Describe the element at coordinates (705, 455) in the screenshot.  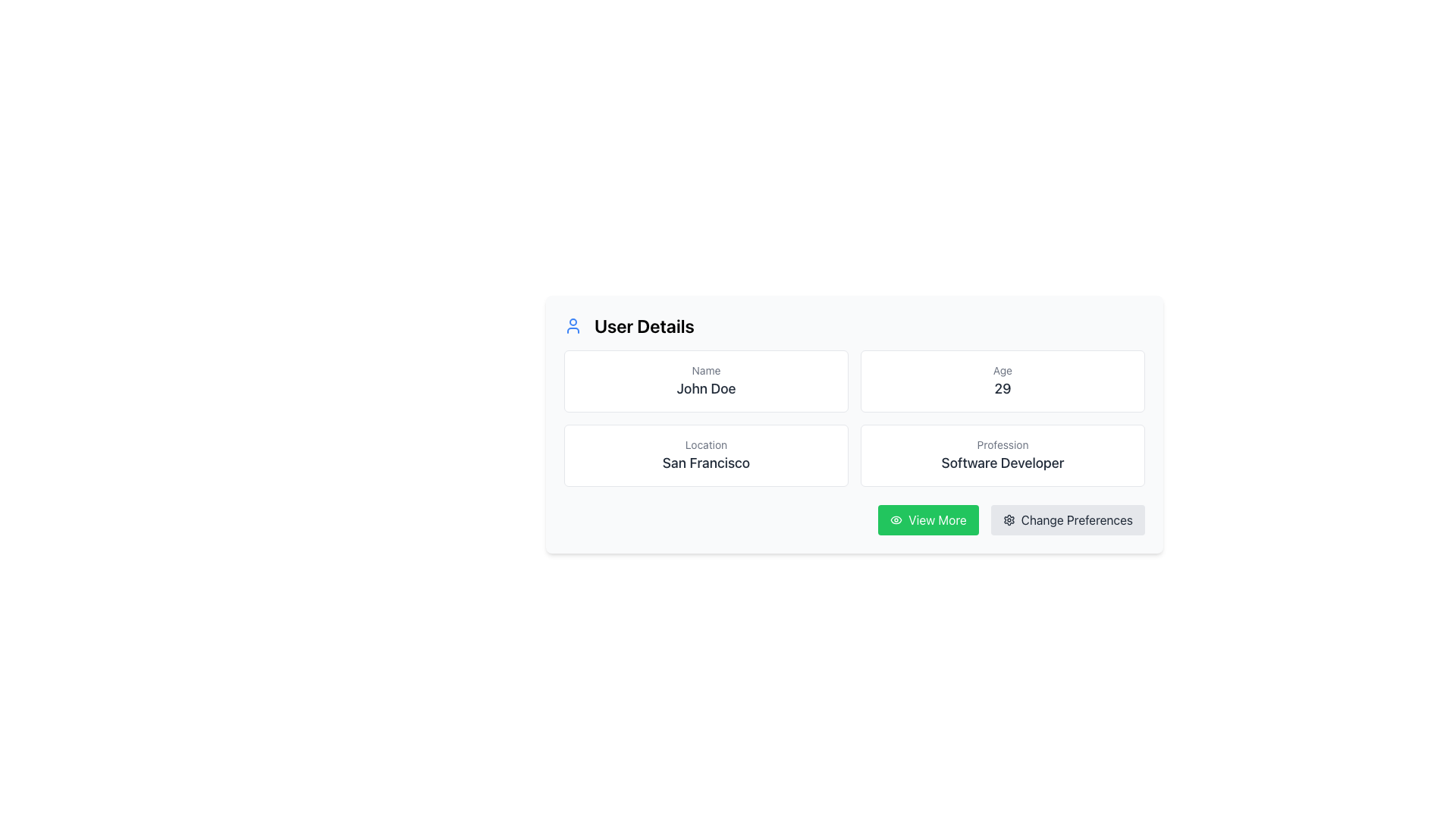
I see `the Static Information Card displaying 'Location' and 'San Francisco' in a grid layout` at that location.